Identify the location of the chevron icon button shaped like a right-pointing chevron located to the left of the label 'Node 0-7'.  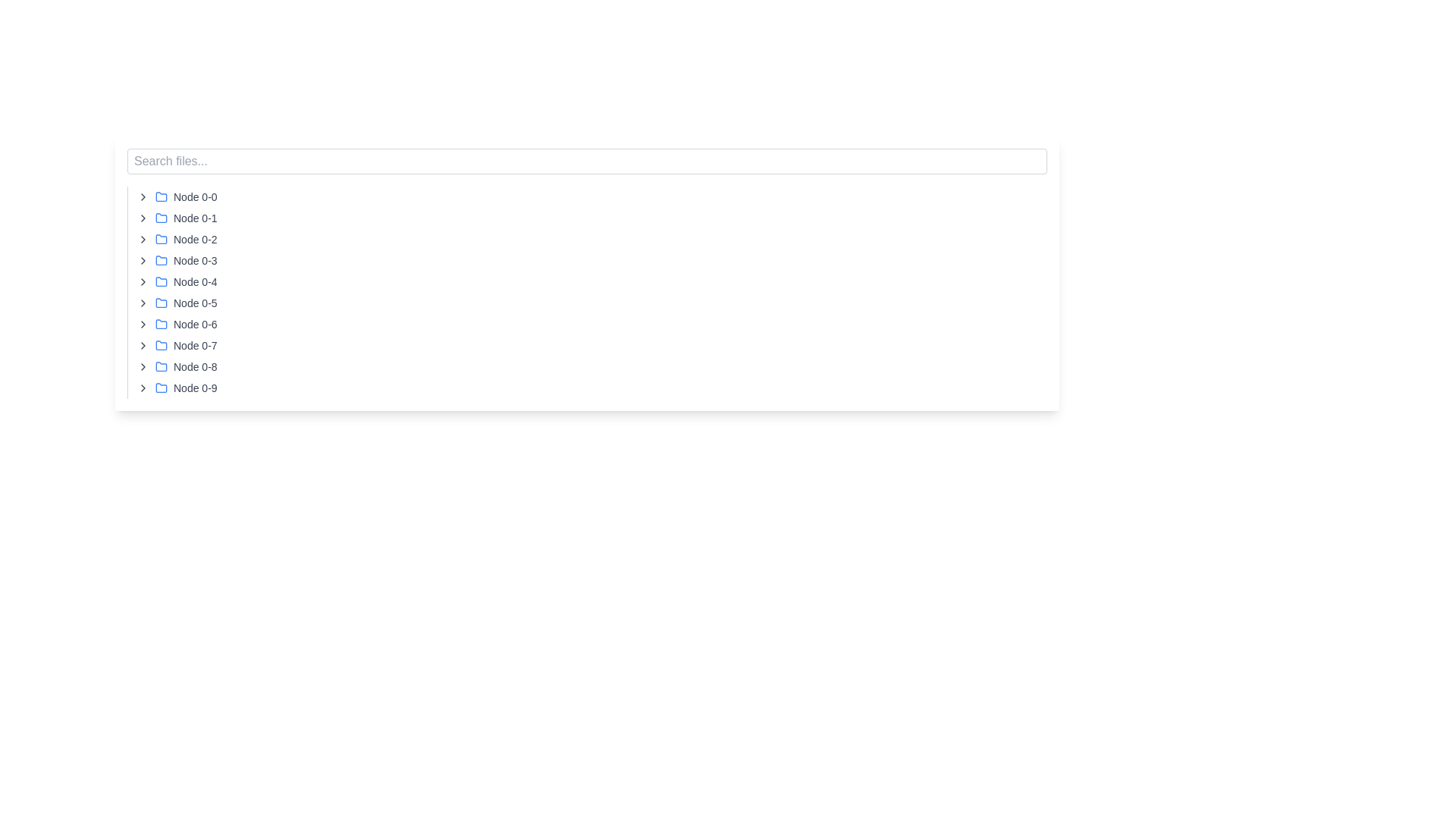
(143, 345).